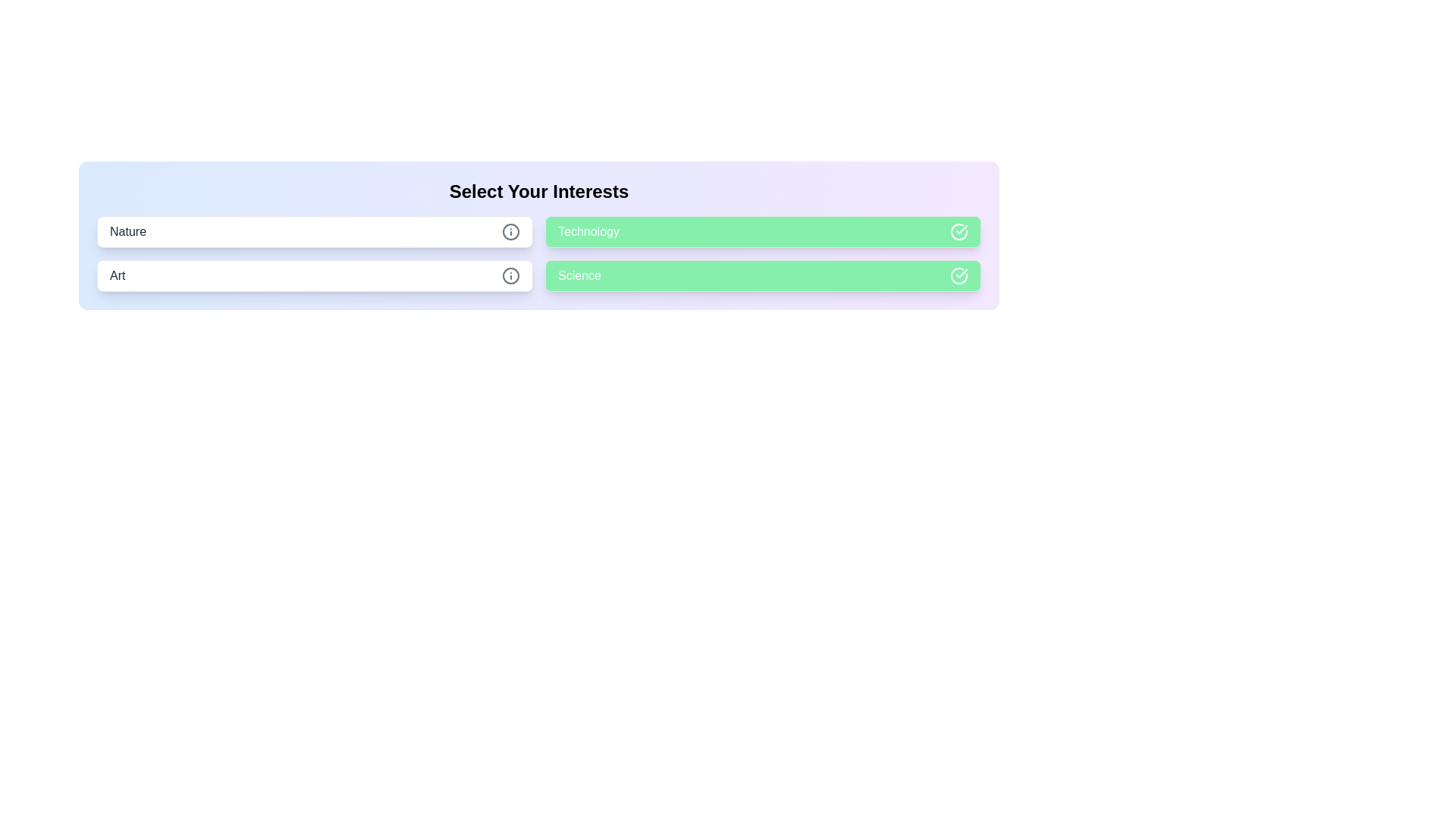 This screenshot has width=1456, height=819. Describe the element at coordinates (314, 275) in the screenshot. I see `the chip labeled 'Art'` at that location.